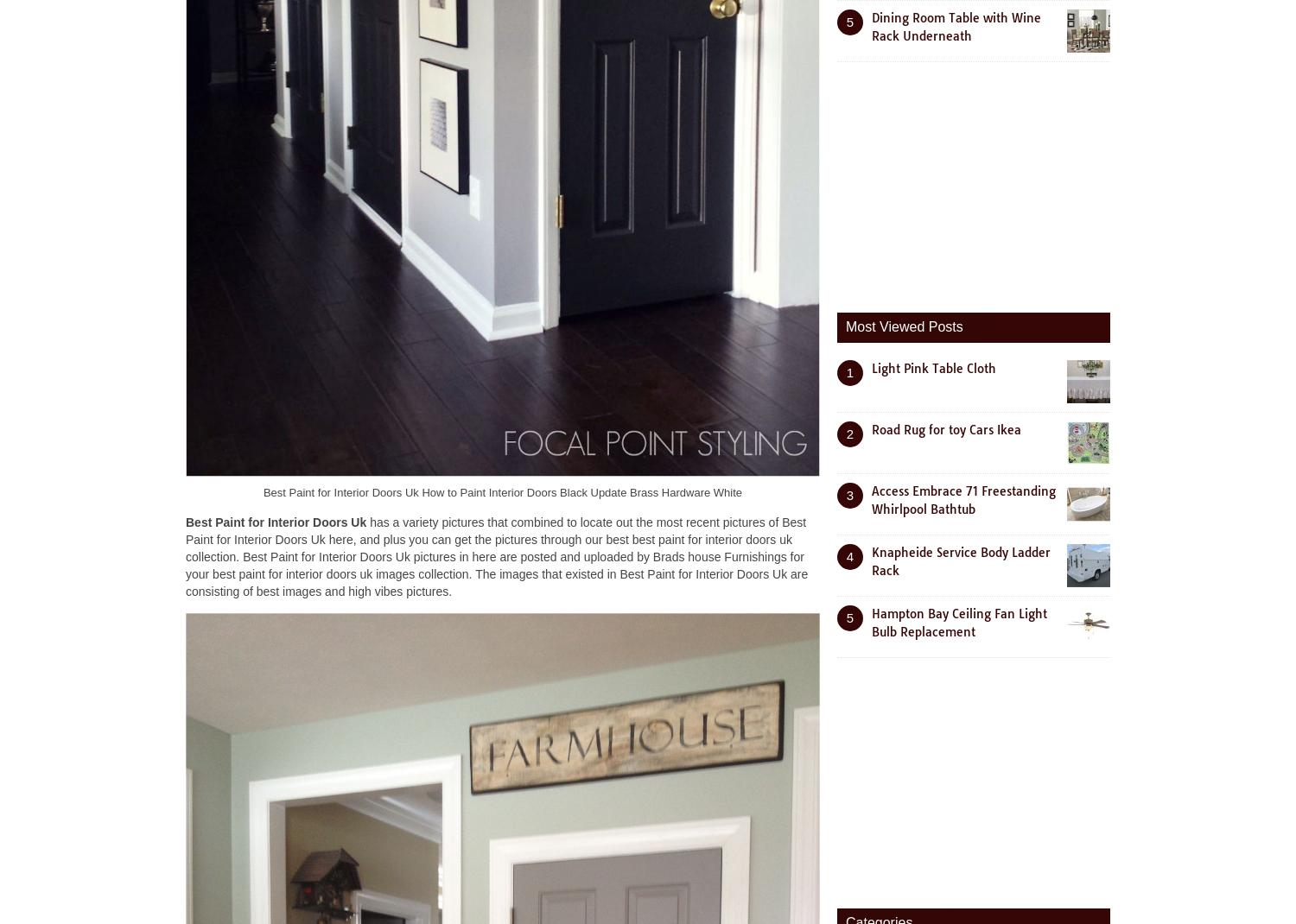 This screenshot has height=924, width=1296. Describe the element at coordinates (945, 429) in the screenshot. I see `'Road Rug for toy Cars Ikea'` at that location.